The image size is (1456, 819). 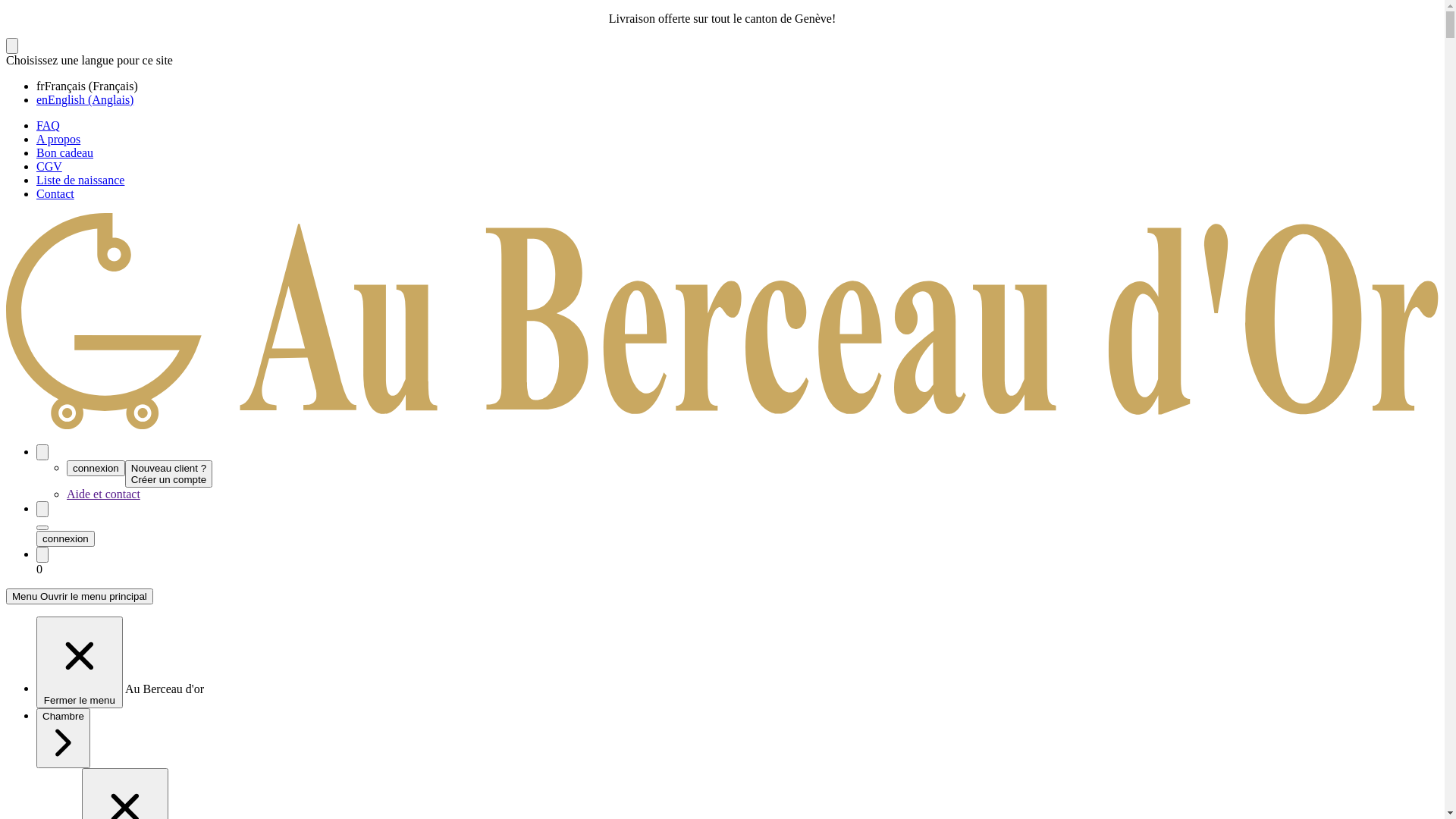 I want to click on 'Aide et contact', so click(x=102, y=494).